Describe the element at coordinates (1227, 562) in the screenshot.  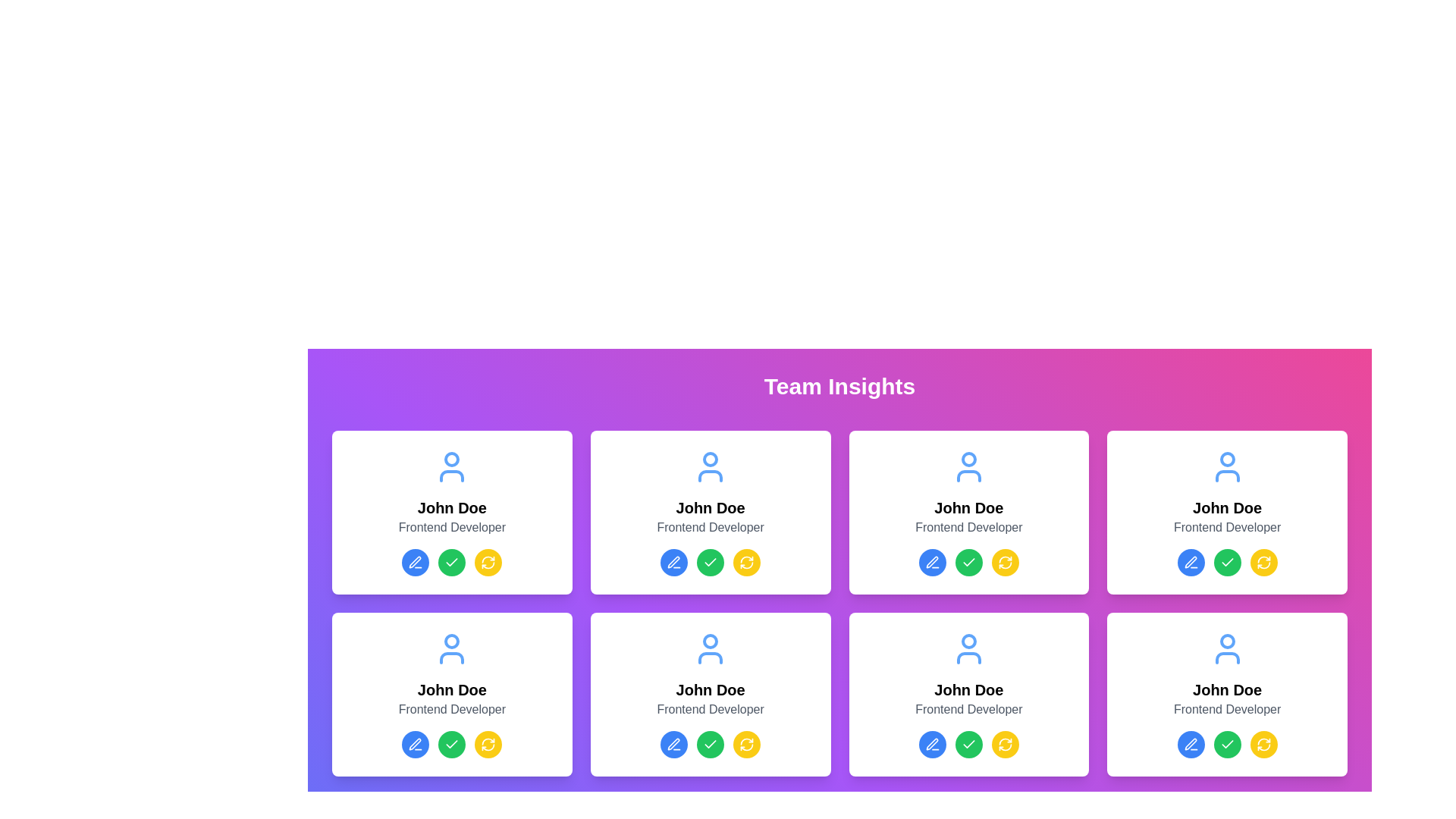
I see `the second button located at the bottom-right corner of the second user card, positioned between a blue pencil icon and a yellow refresh icon` at that location.